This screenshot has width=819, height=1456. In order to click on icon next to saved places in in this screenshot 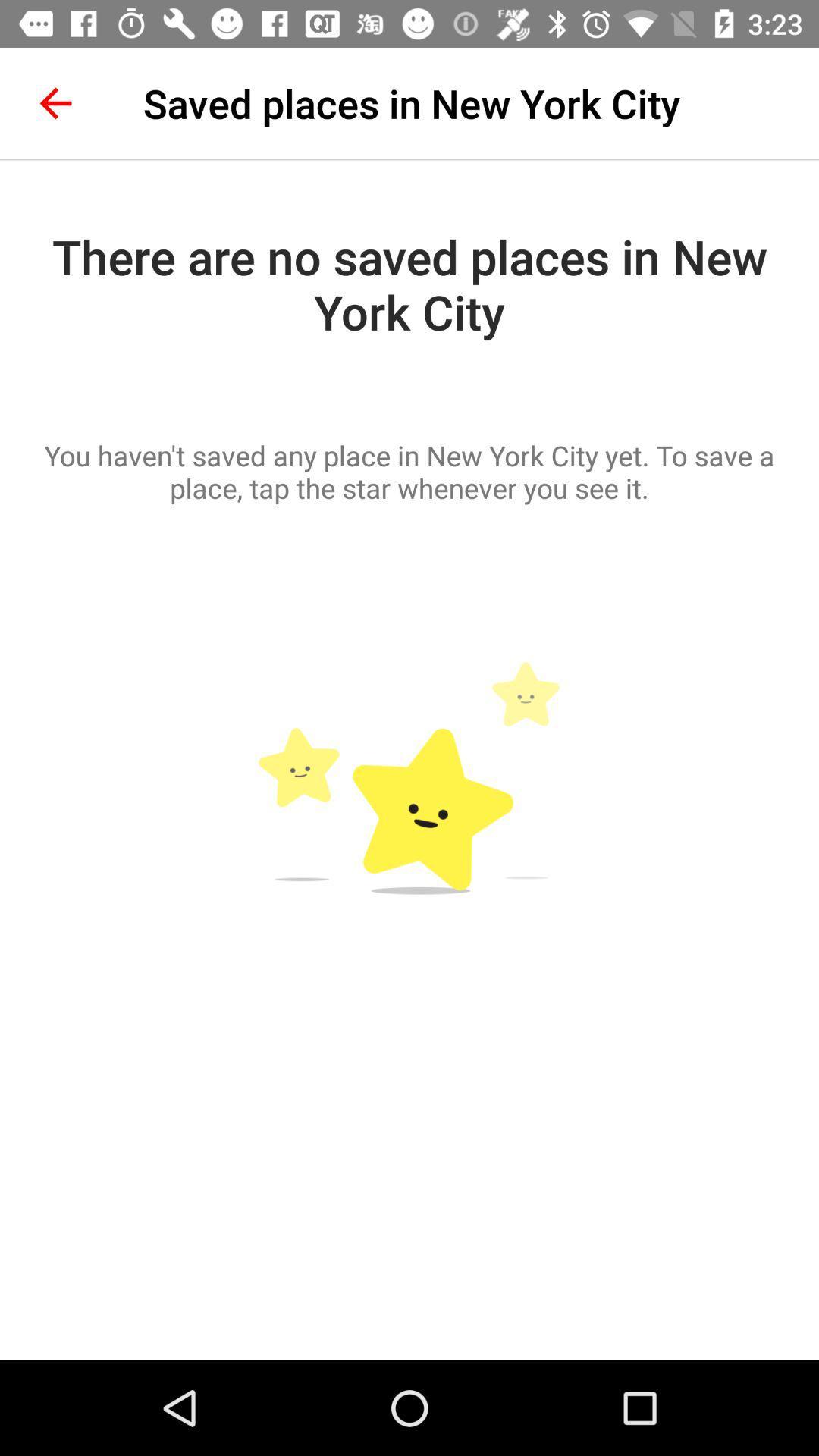, I will do `click(55, 102)`.